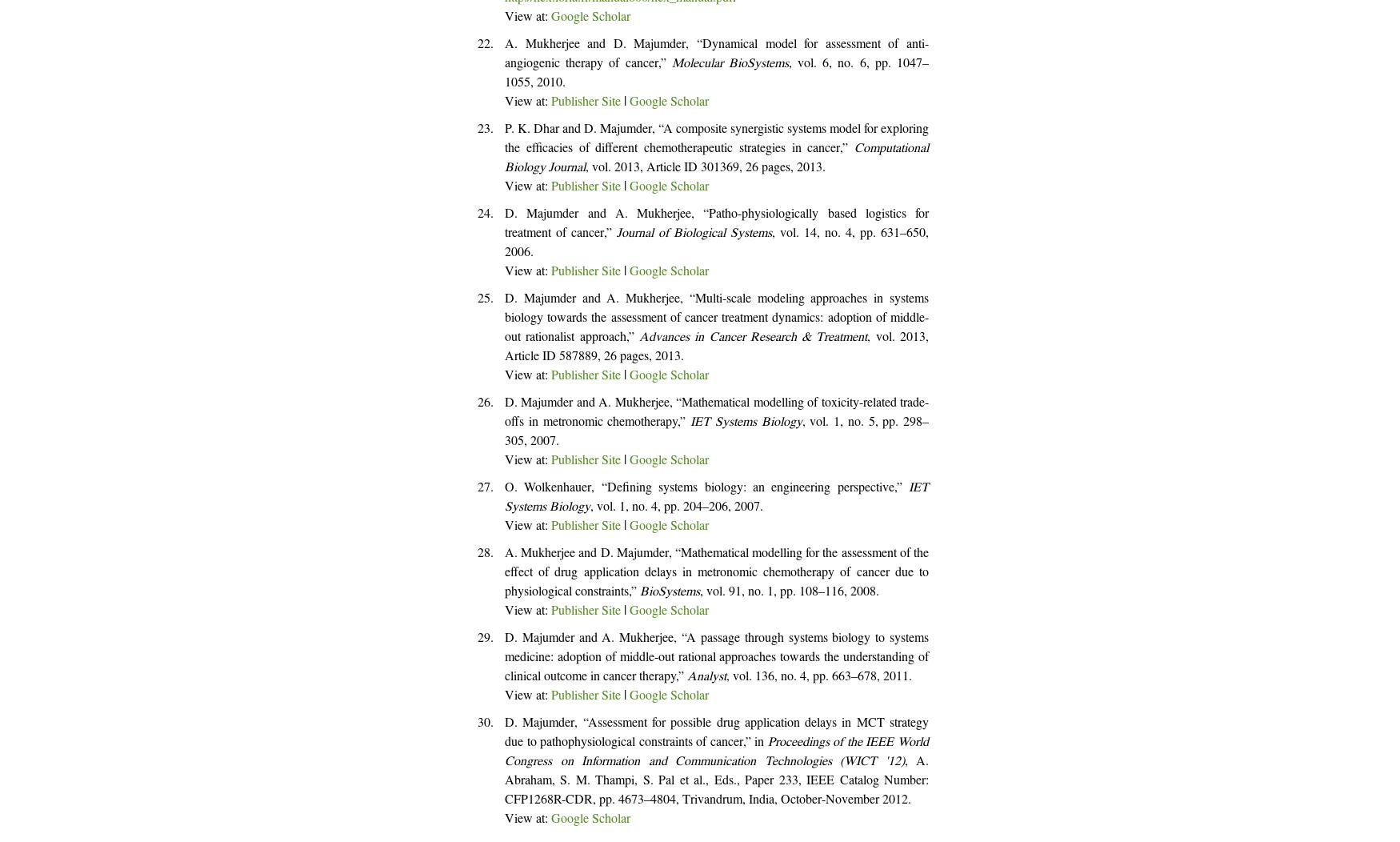  Describe the element at coordinates (789, 593) in the screenshot. I see `', vol. 91, no. 1, pp. 108–116, 2008.'` at that location.